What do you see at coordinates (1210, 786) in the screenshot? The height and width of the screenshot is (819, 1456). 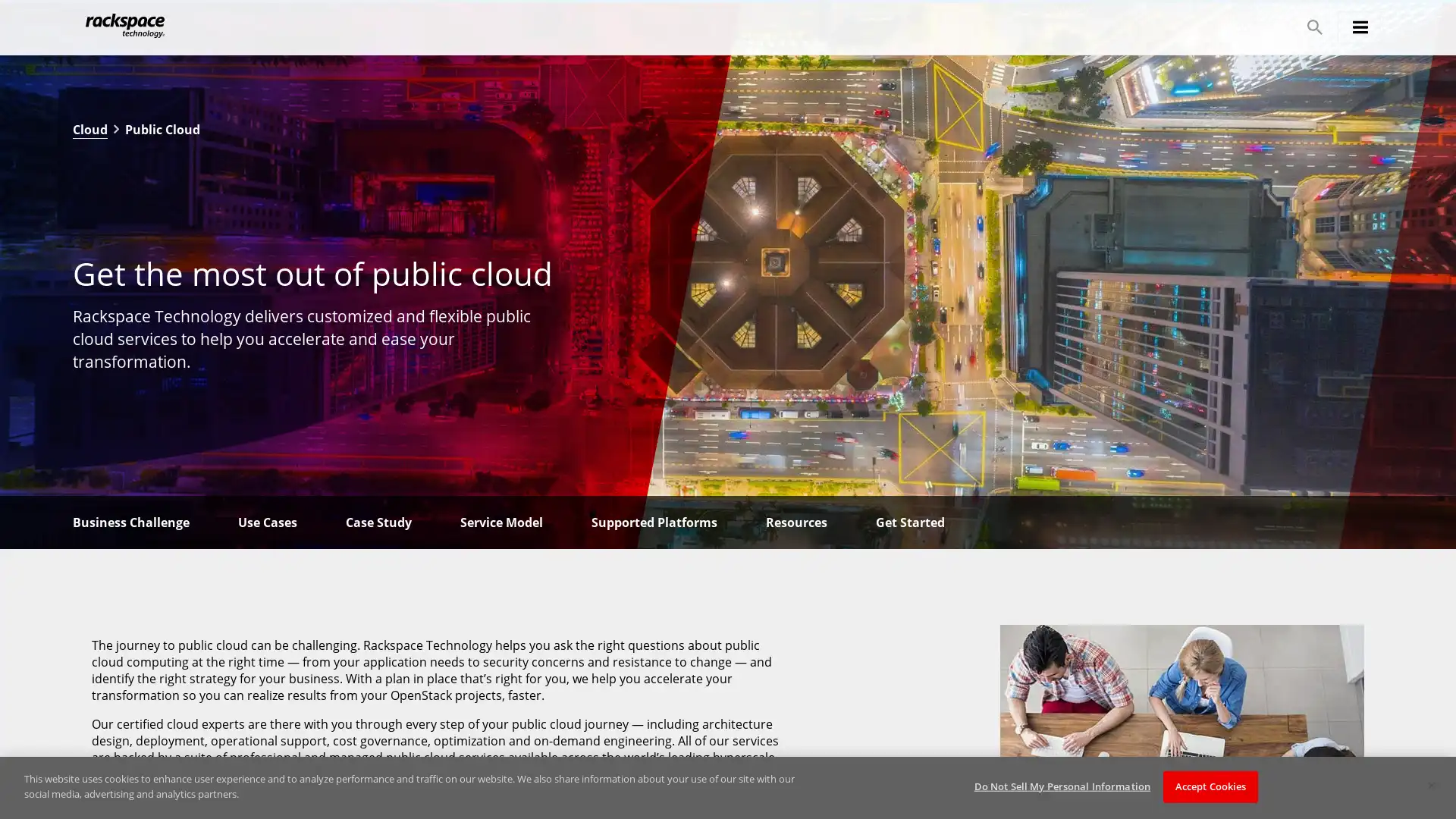 I see `Accept Cookies` at bounding box center [1210, 786].